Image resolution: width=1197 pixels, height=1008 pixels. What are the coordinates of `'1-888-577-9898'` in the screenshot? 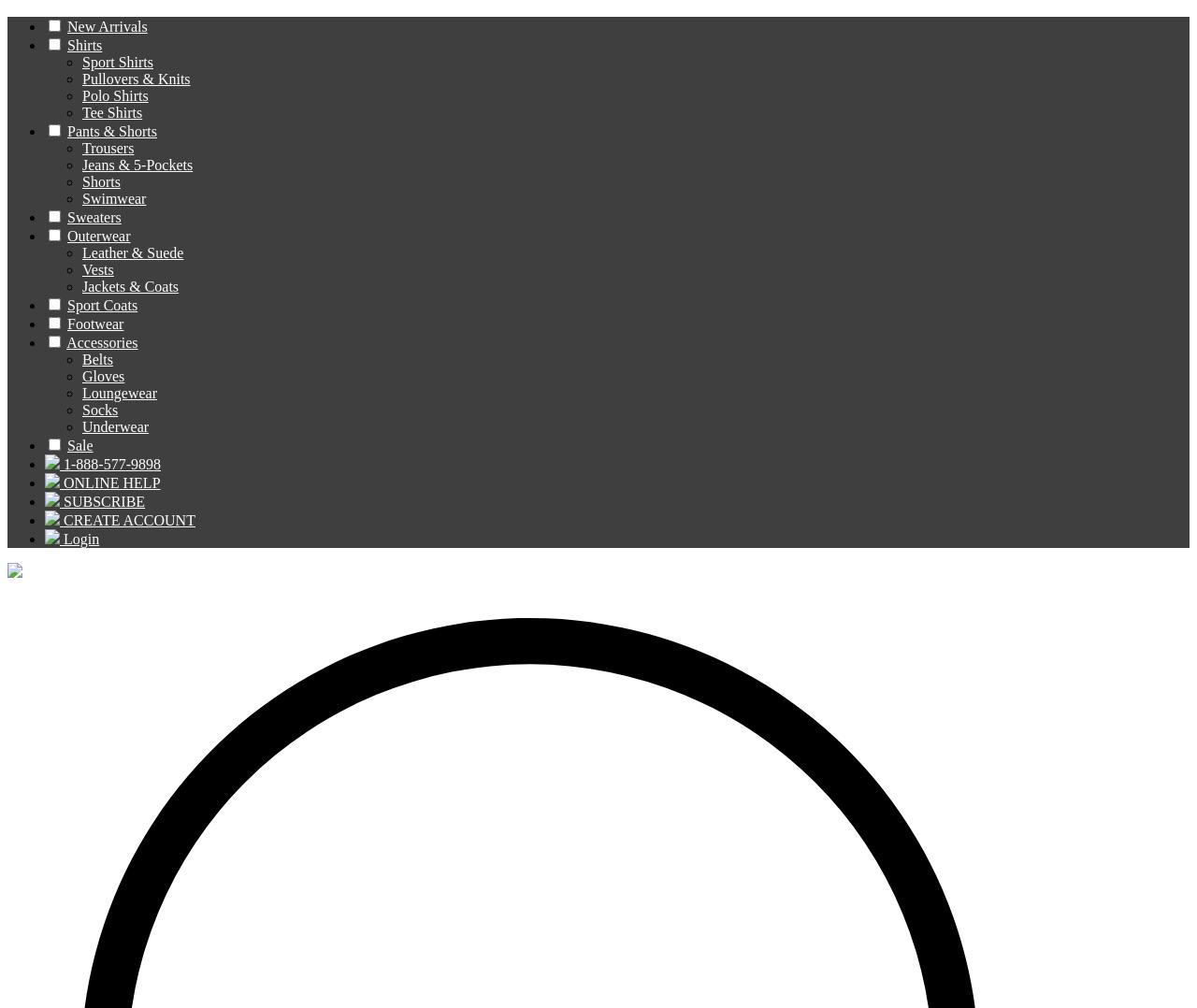 It's located at (63, 463).